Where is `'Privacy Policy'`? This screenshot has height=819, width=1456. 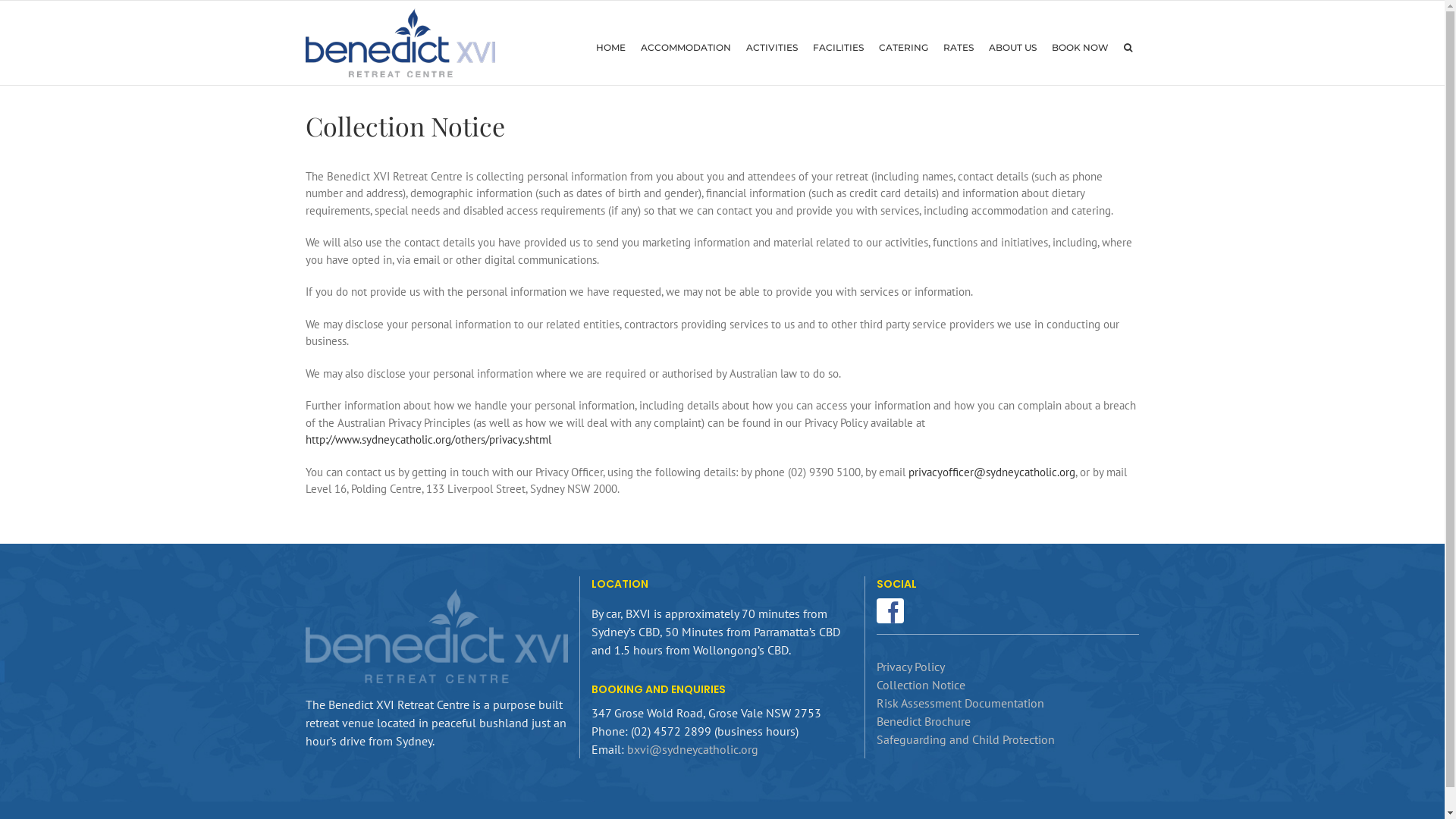 'Privacy Policy' is located at coordinates (910, 666).